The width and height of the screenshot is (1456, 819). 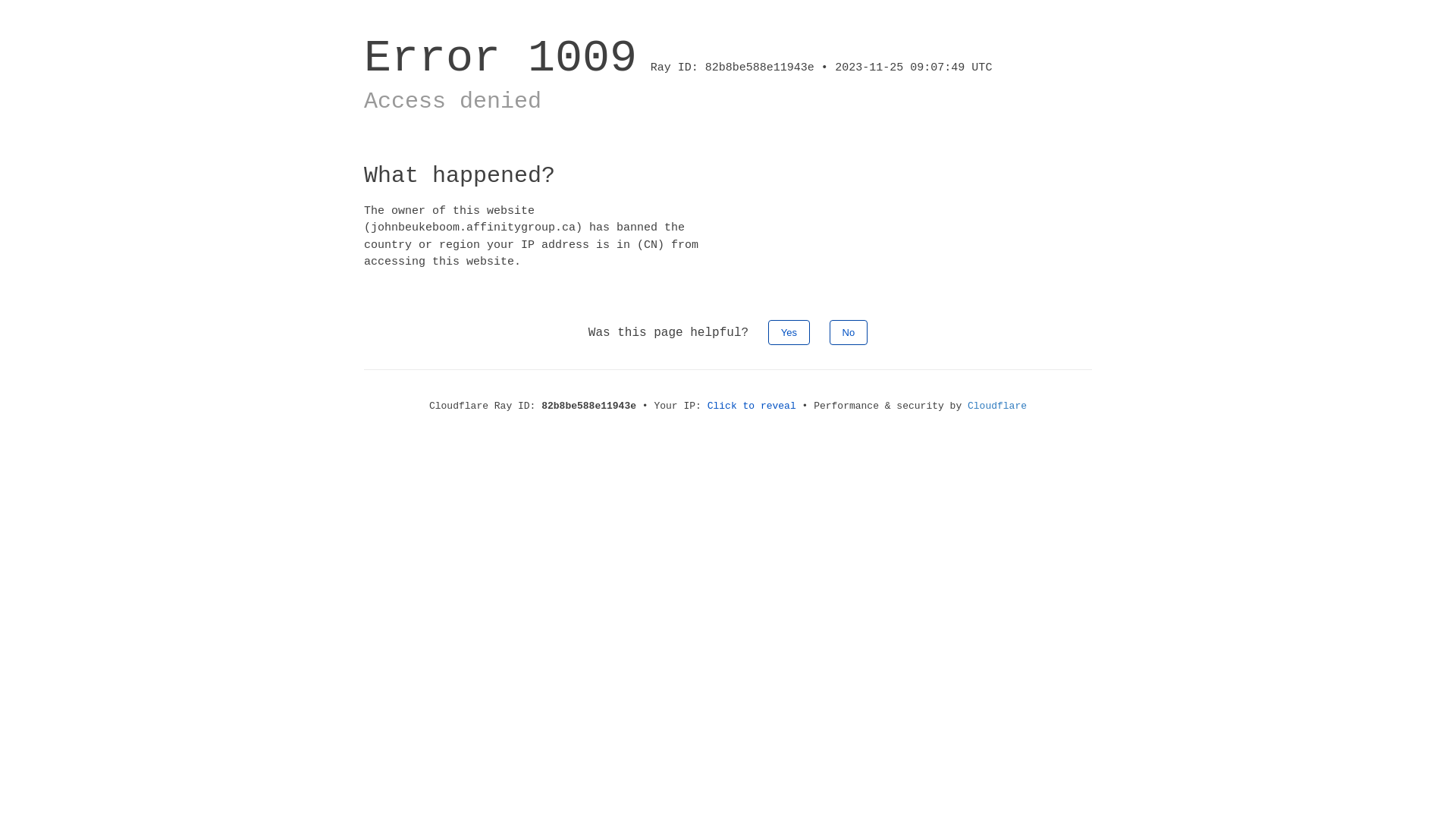 I want to click on 'Yes', so click(x=789, y=331).